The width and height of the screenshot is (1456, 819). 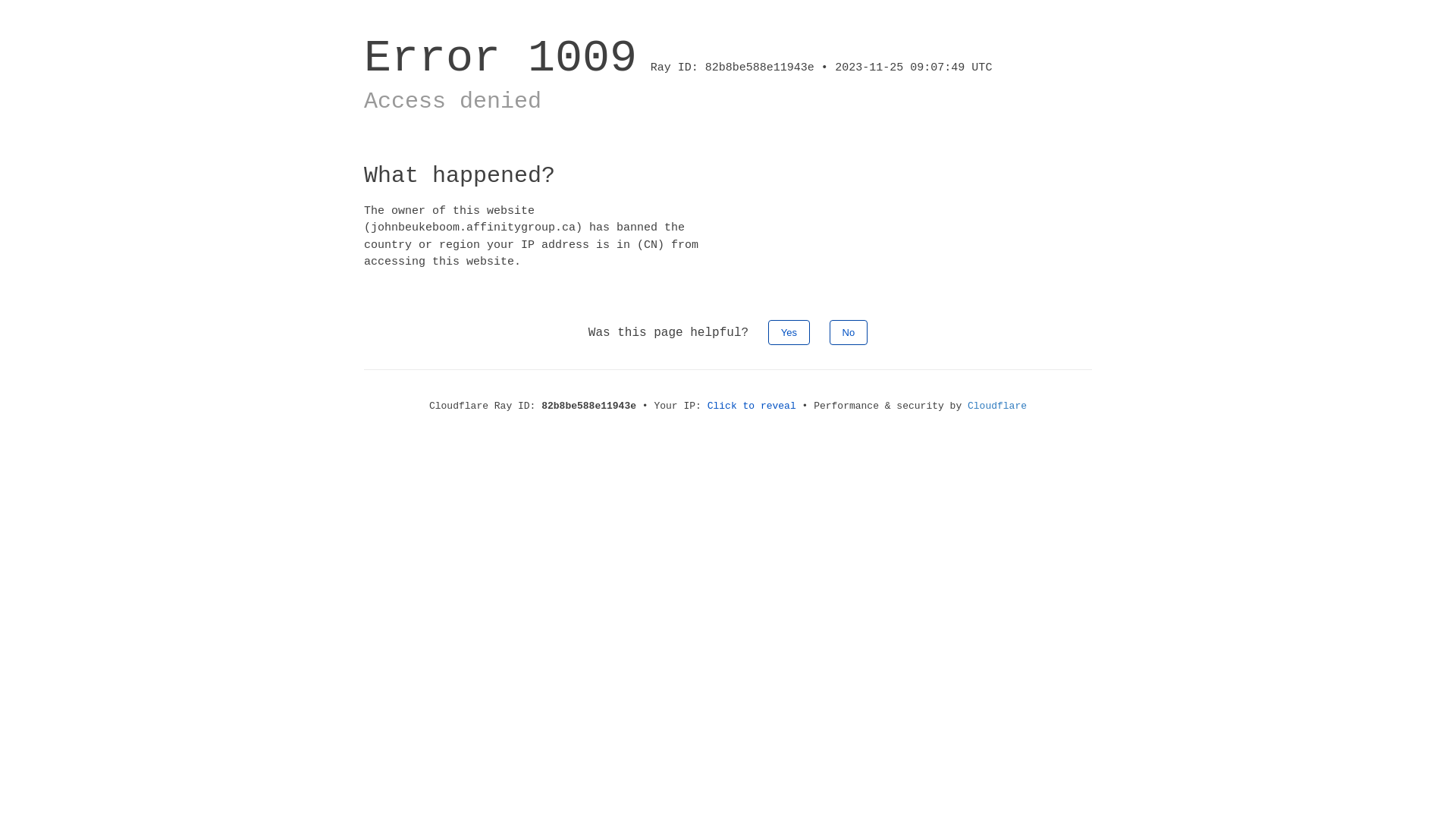 I want to click on 'Yes', so click(x=789, y=331).